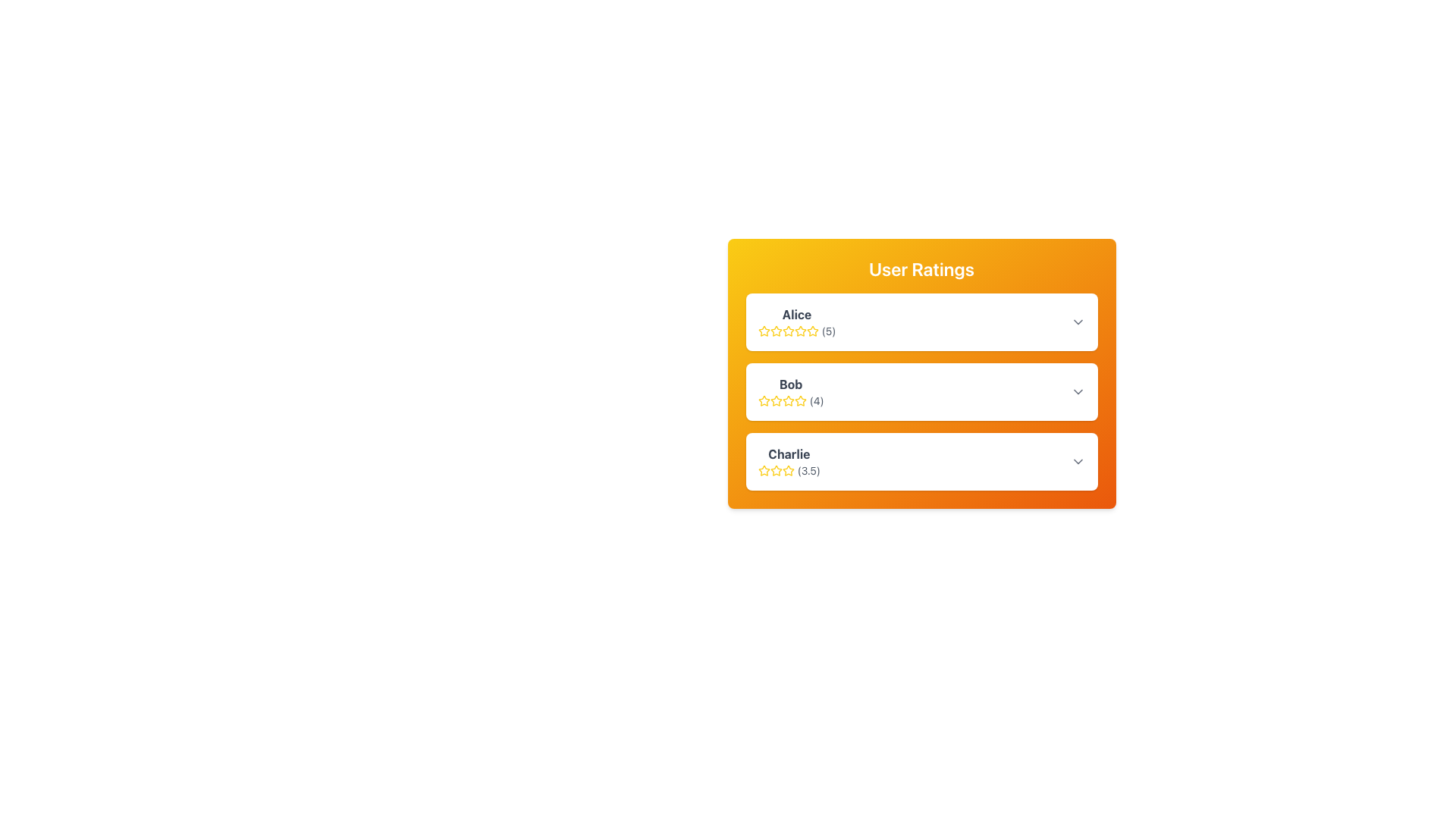  I want to click on the rating display element, which shows a full five-star rating and the number of reviews, located below the text 'Alice' and before the dropdown control, so click(796, 330).